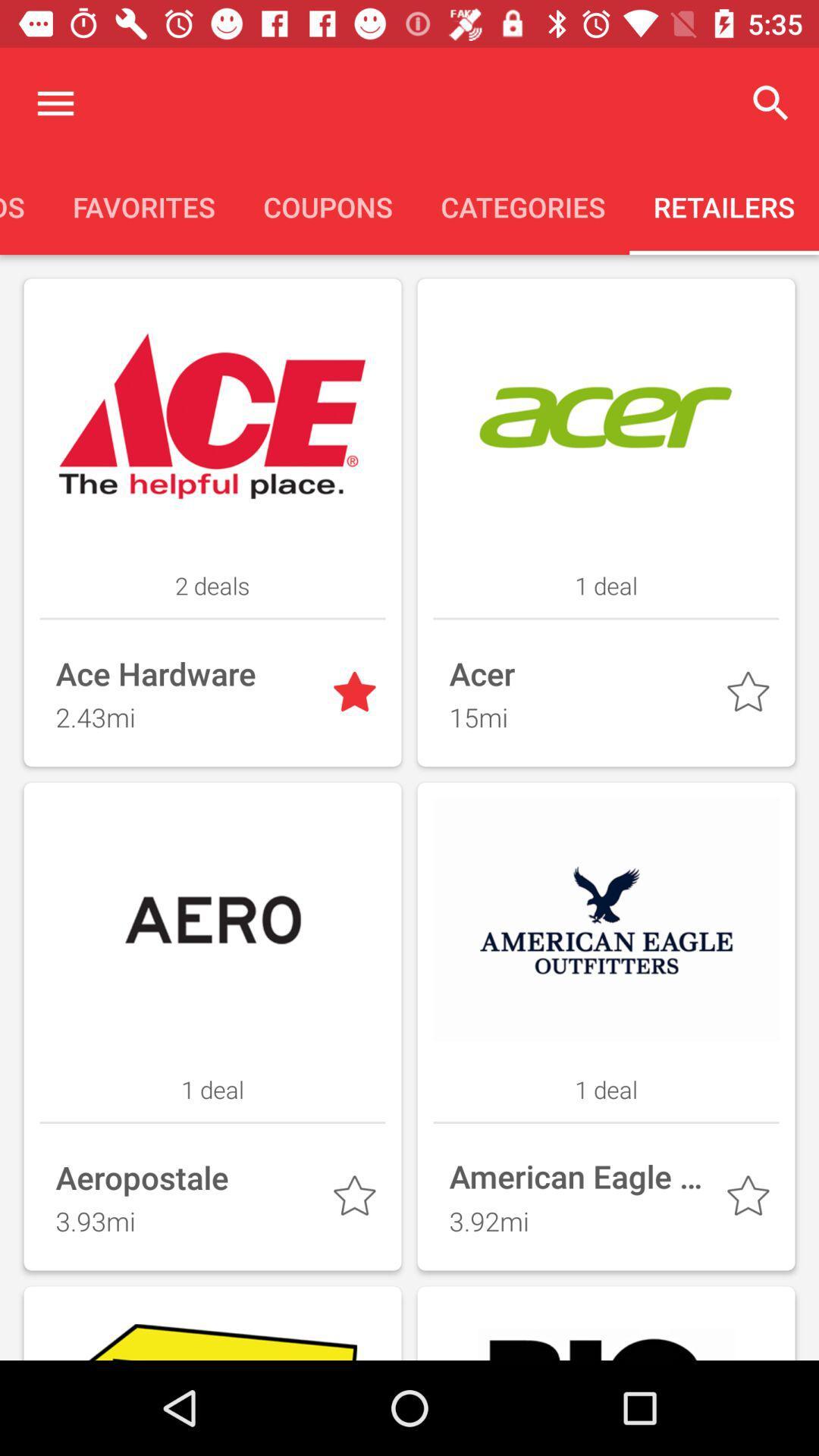  Describe the element at coordinates (751, 1198) in the screenshot. I see `company` at that location.